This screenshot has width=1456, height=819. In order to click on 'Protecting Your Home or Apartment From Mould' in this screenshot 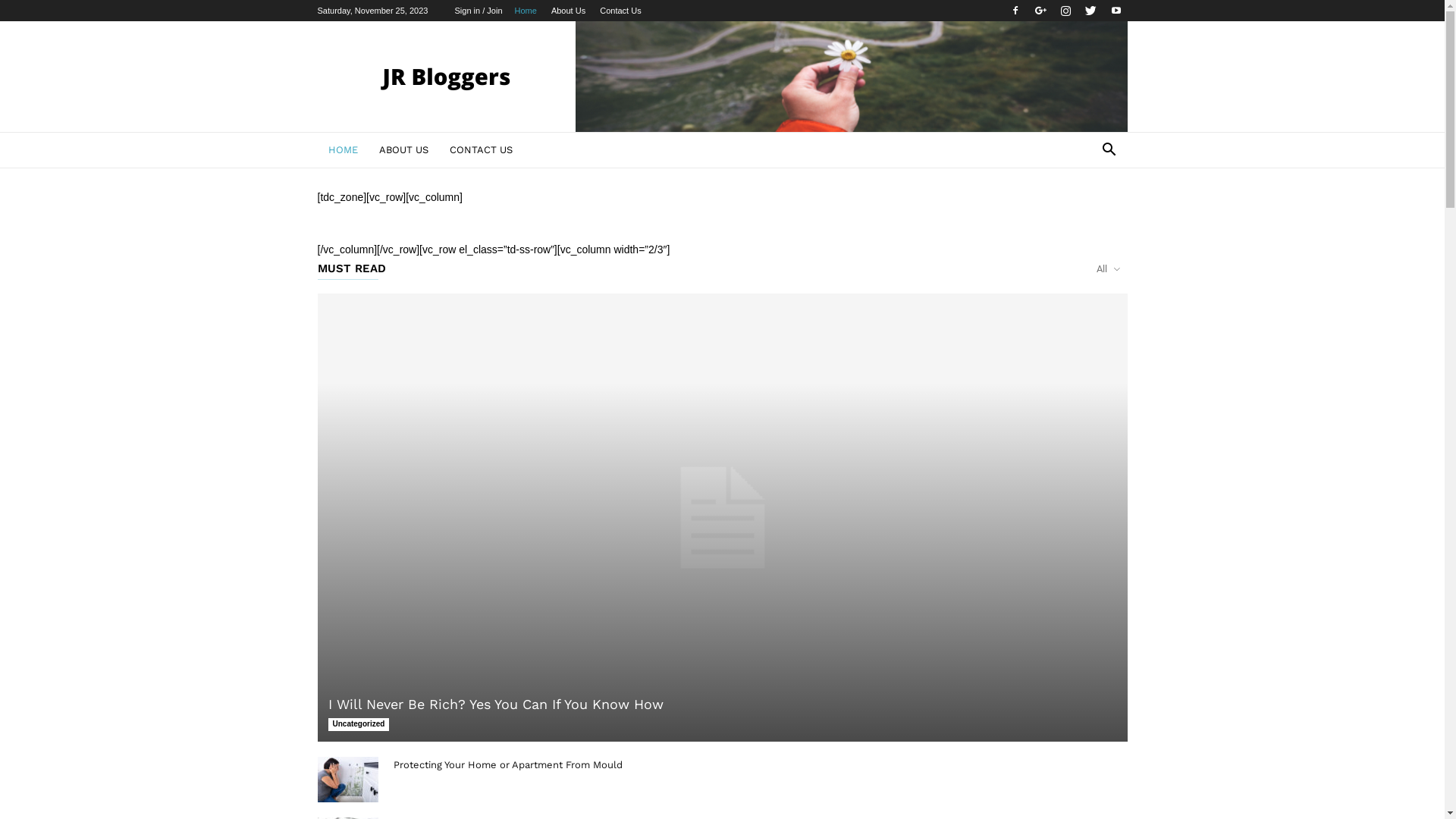, I will do `click(346, 780)`.